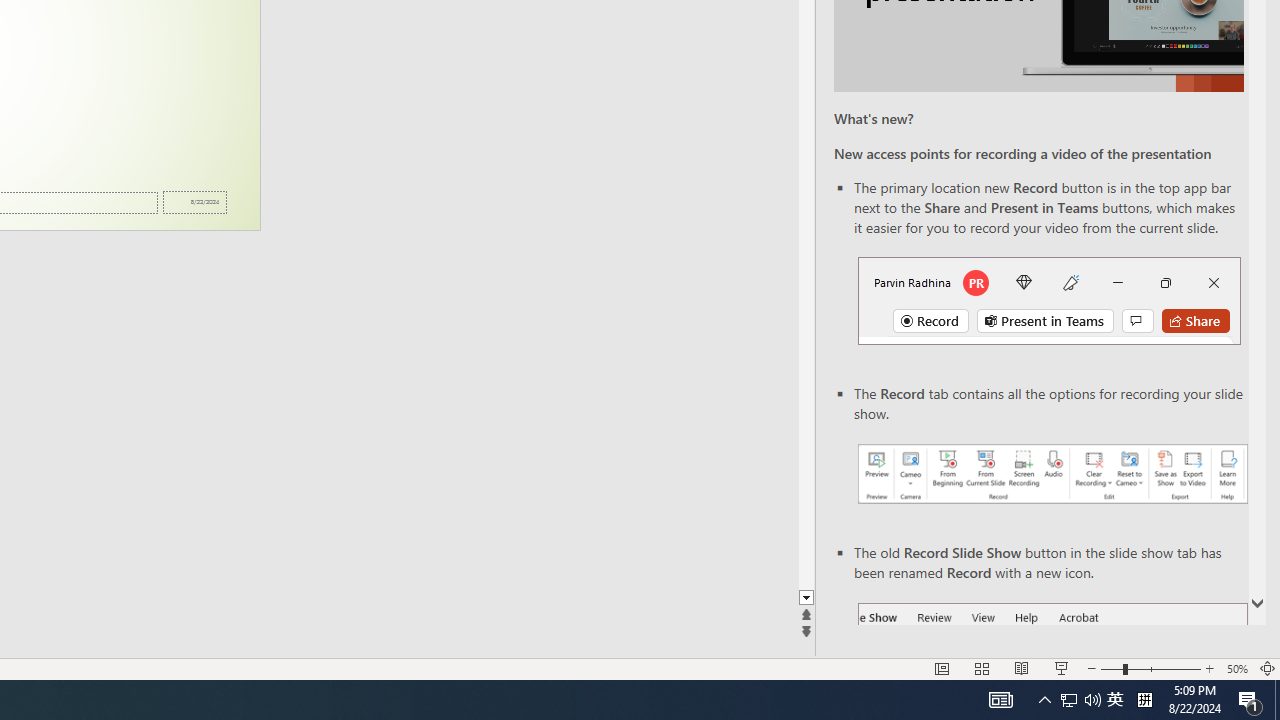 The height and width of the screenshot is (720, 1280). Describe the element at coordinates (1110, 669) in the screenshot. I see `'Zoom Out'` at that location.